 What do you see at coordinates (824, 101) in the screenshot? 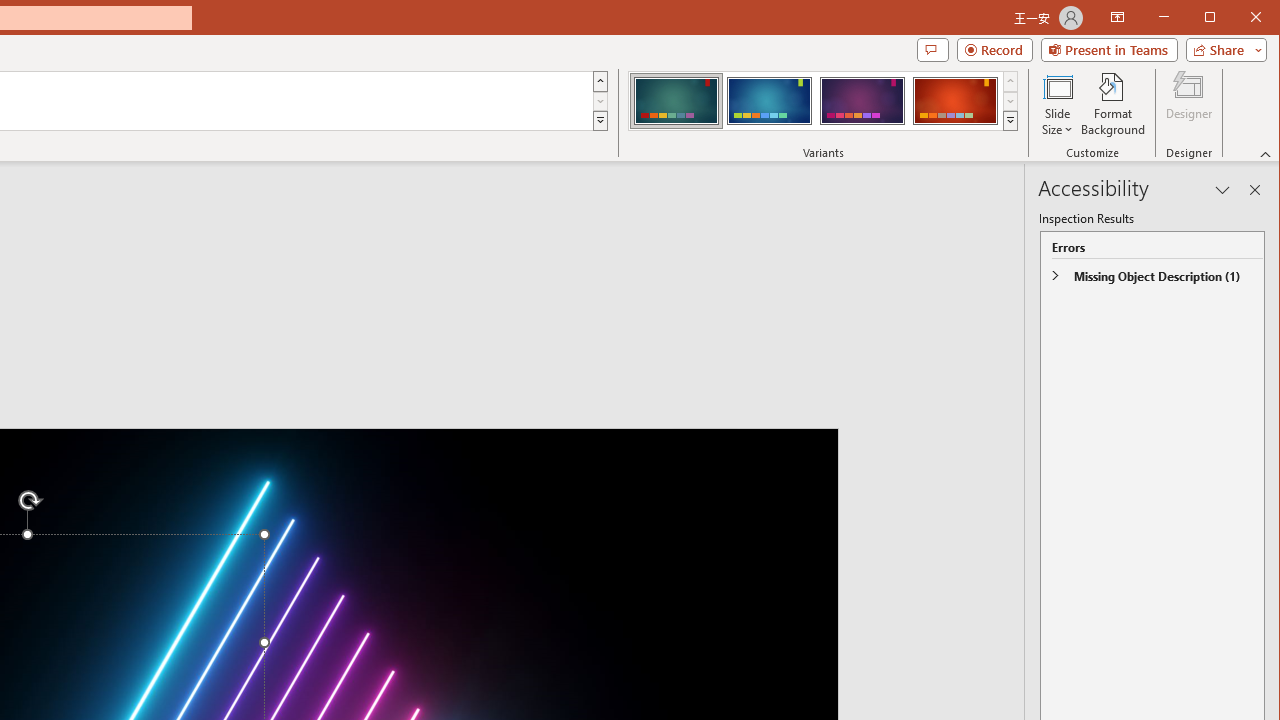
I see `'AutomationID: ThemeVariantsGallery'` at bounding box center [824, 101].